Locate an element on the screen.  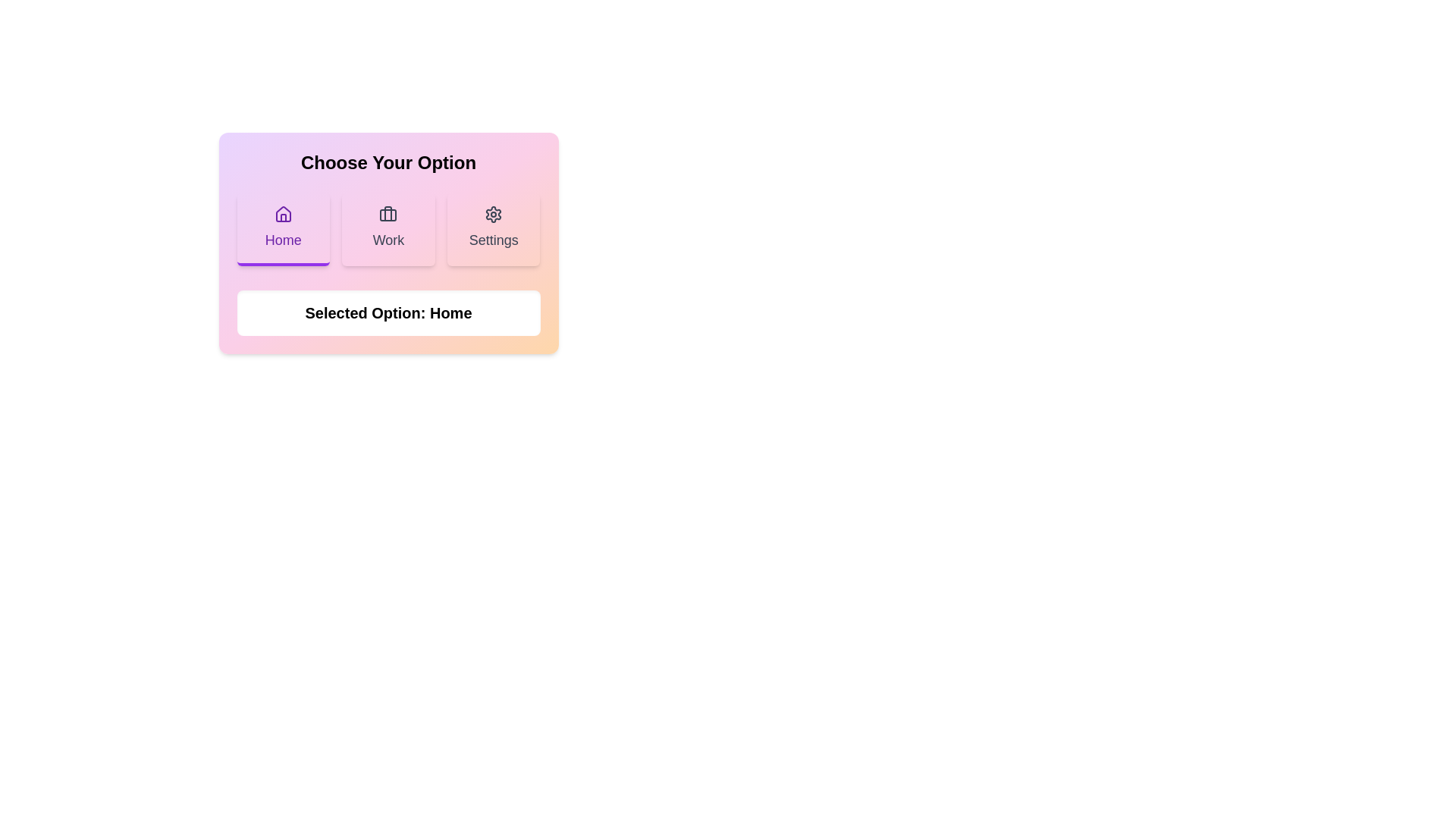
'Home' text label displayed in bold purple font, located within the first card of a row containing three options is located at coordinates (283, 239).